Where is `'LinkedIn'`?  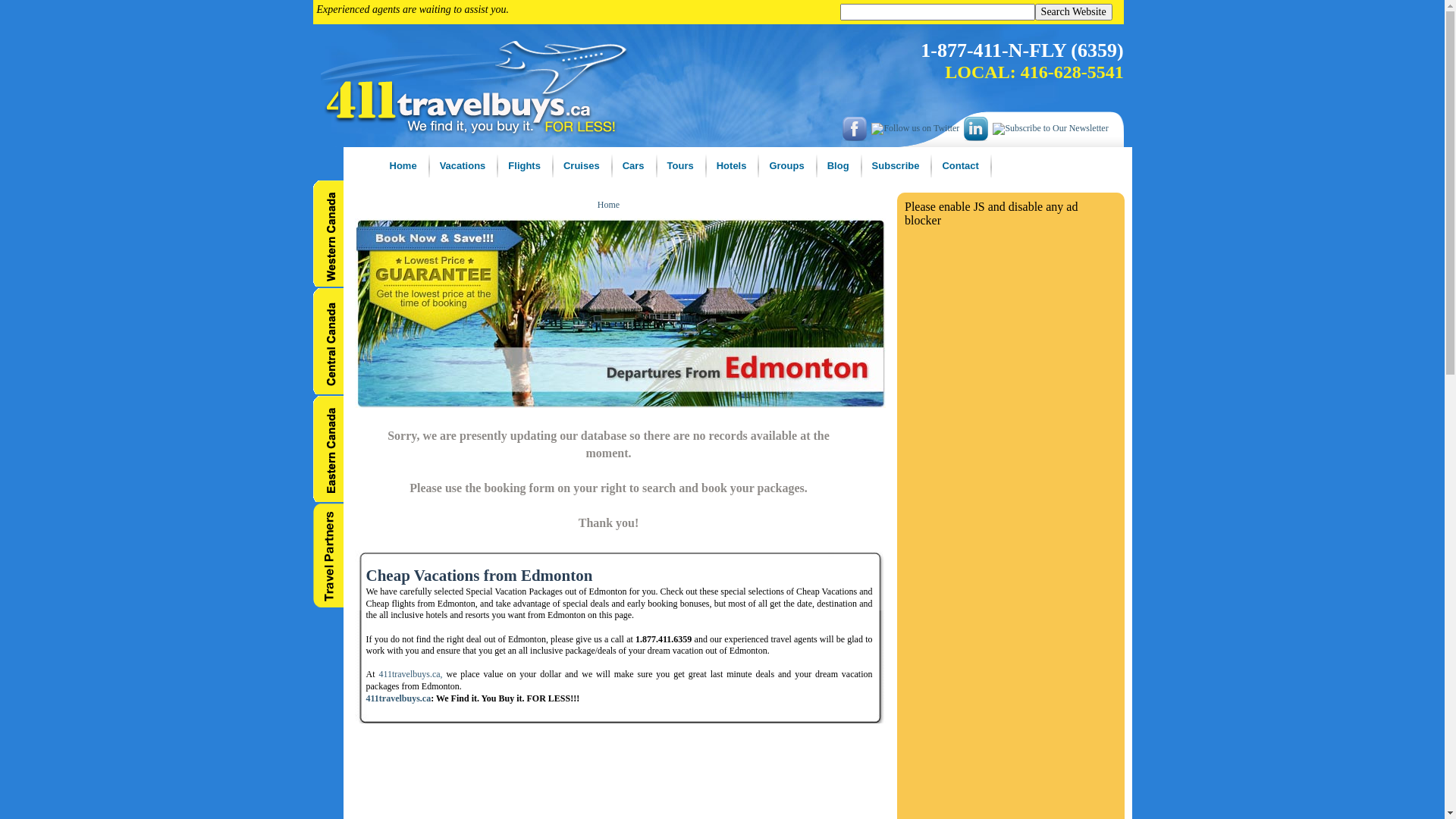
'LinkedIn' is located at coordinates (978, 127).